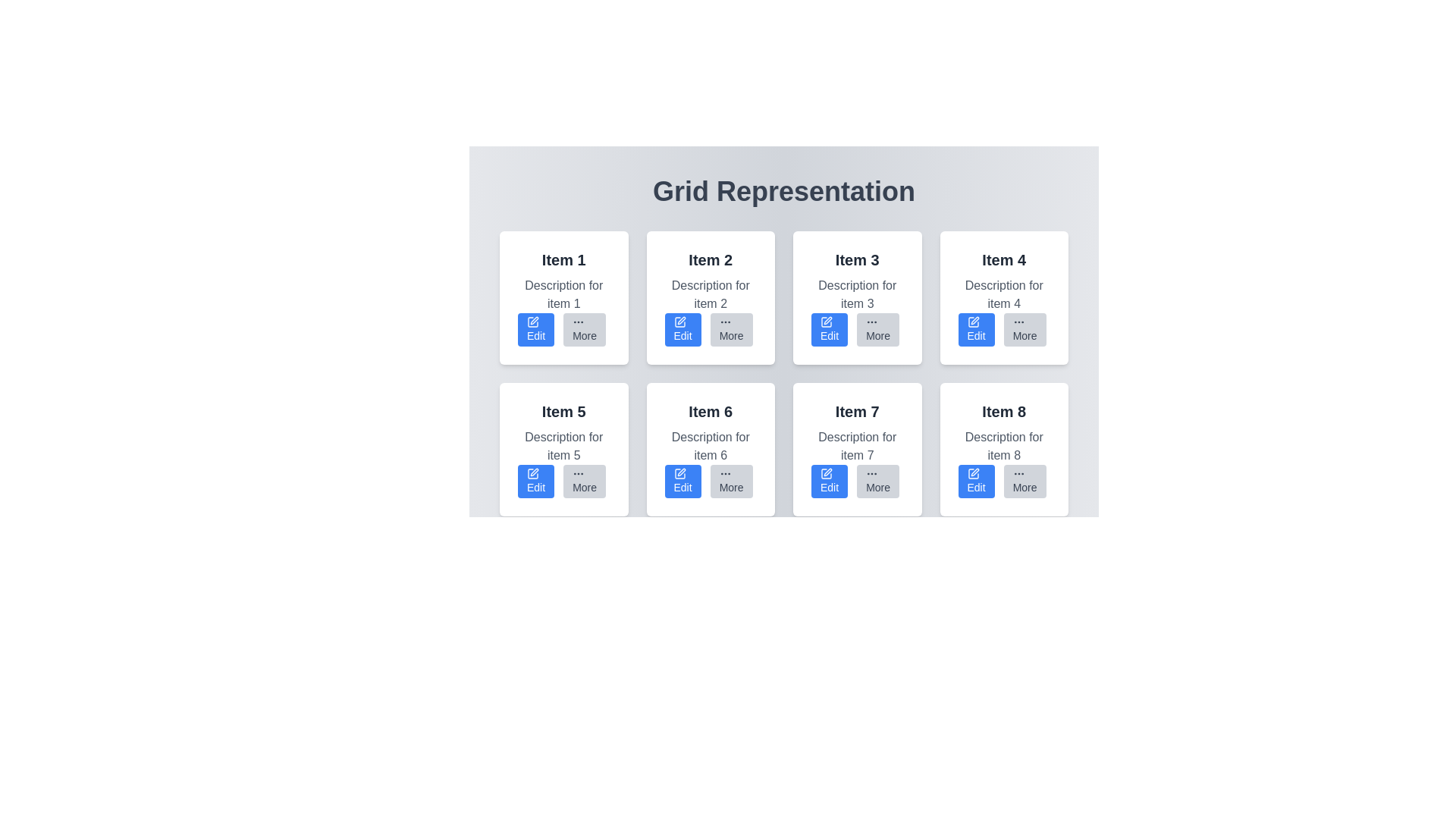 The height and width of the screenshot is (819, 1456). I want to click on the descriptive text block for 'Item 8' located in the bottom-right card of the grid layout, so click(1004, 446).